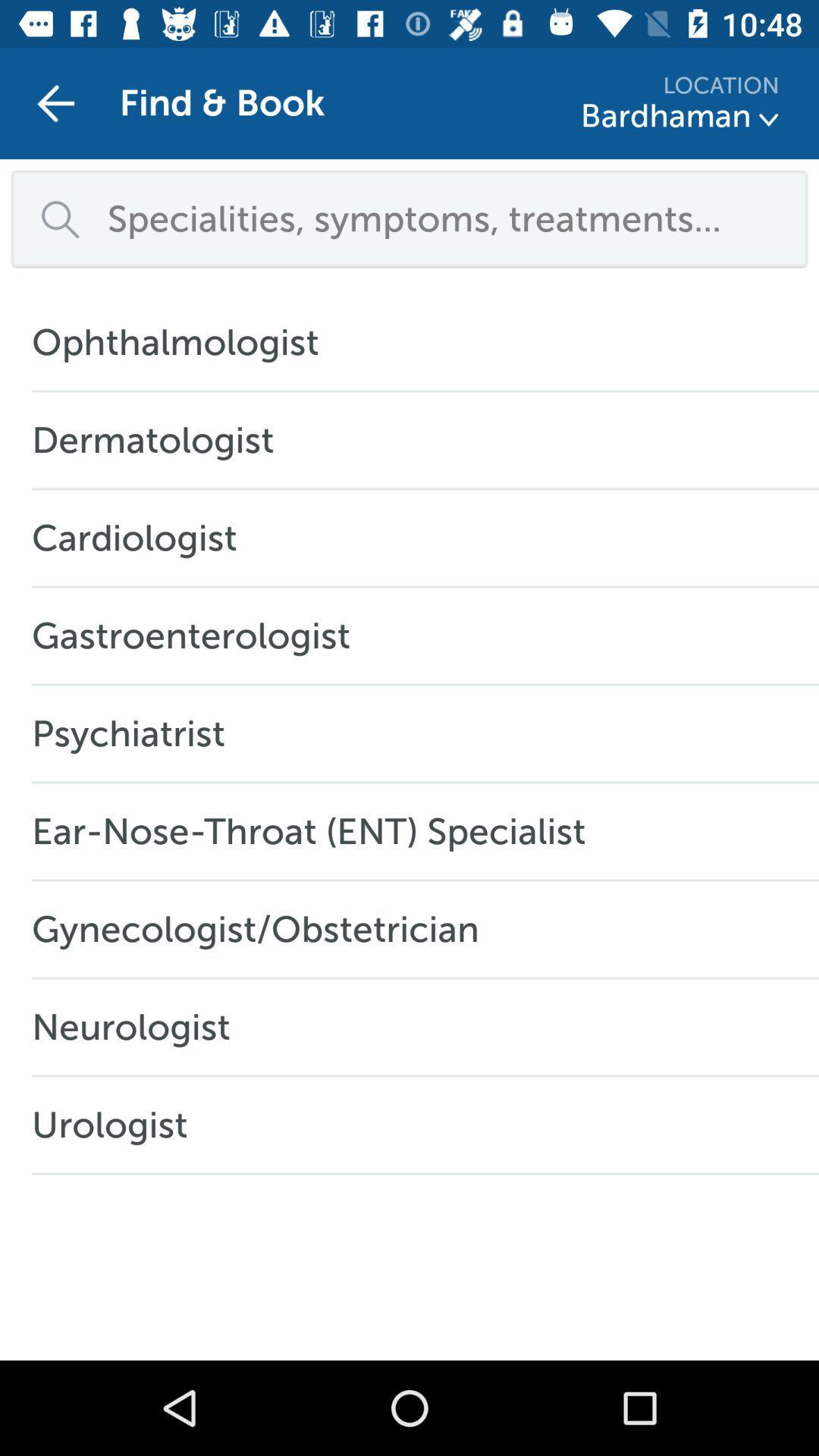  What do you see at coordinates (769, 119) in the screenshot?
I see `etc` at bounding box center [769, 119].